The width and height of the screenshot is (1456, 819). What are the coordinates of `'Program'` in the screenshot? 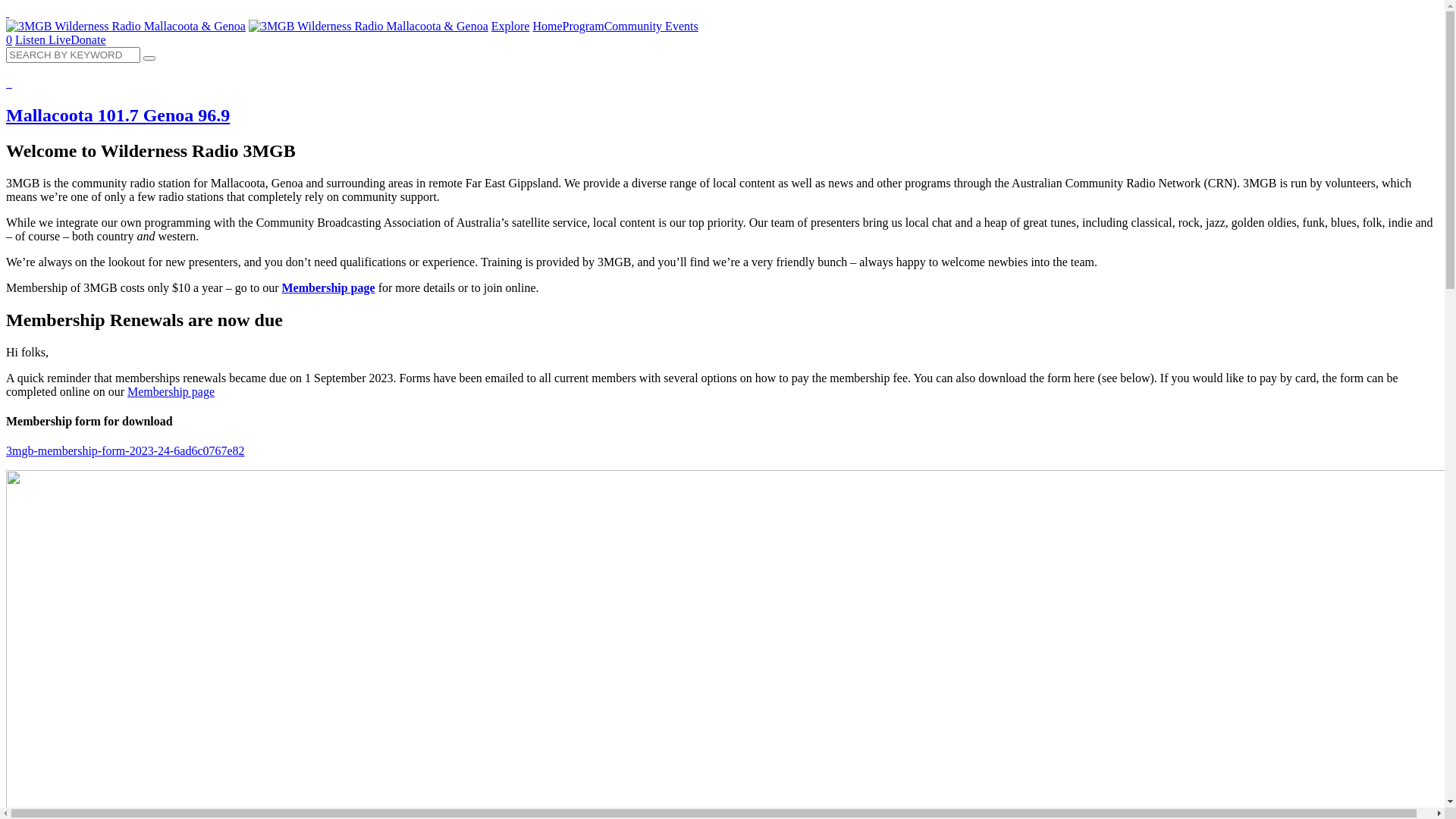 It's located at (582, 26).